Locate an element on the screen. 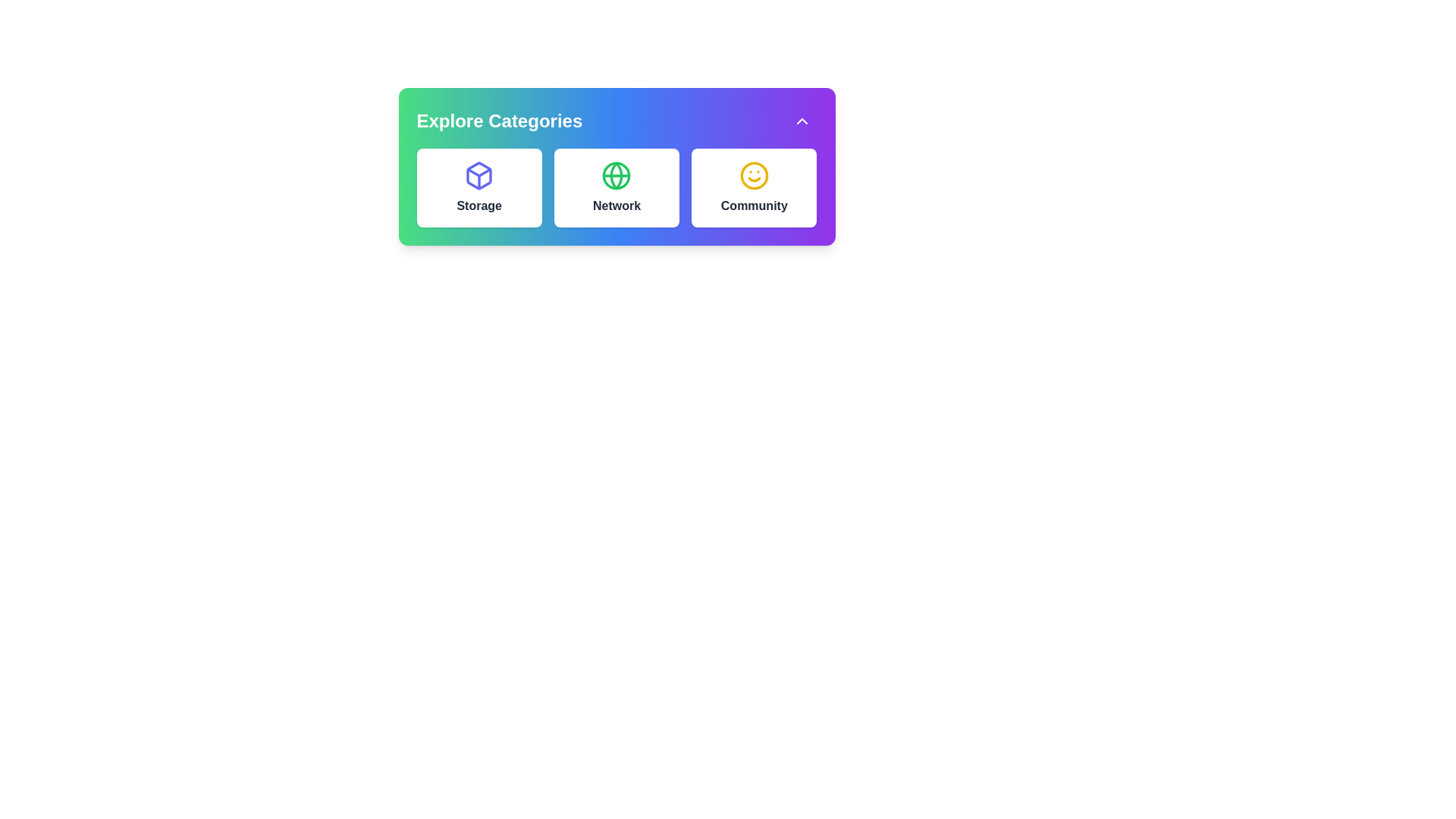 The image size is (1456, 819). text content of the label located at the bottom part of the card layout, directly below the yellow smiley face icon is located at coordinates (754, 206).